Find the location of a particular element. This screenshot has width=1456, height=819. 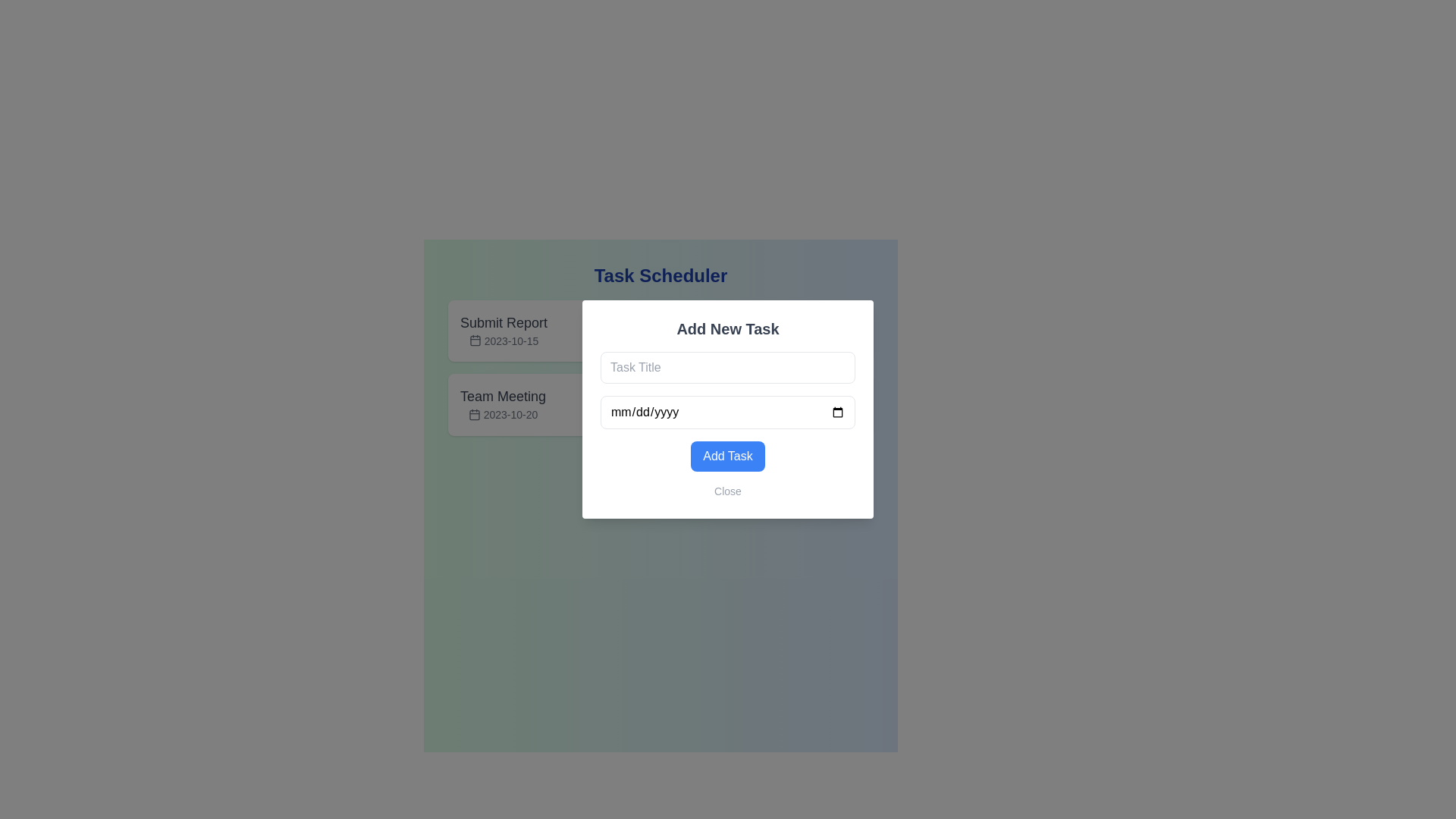

the 'Close' button at the bottom of the modal dialog box is located at coordinates (728, 491).